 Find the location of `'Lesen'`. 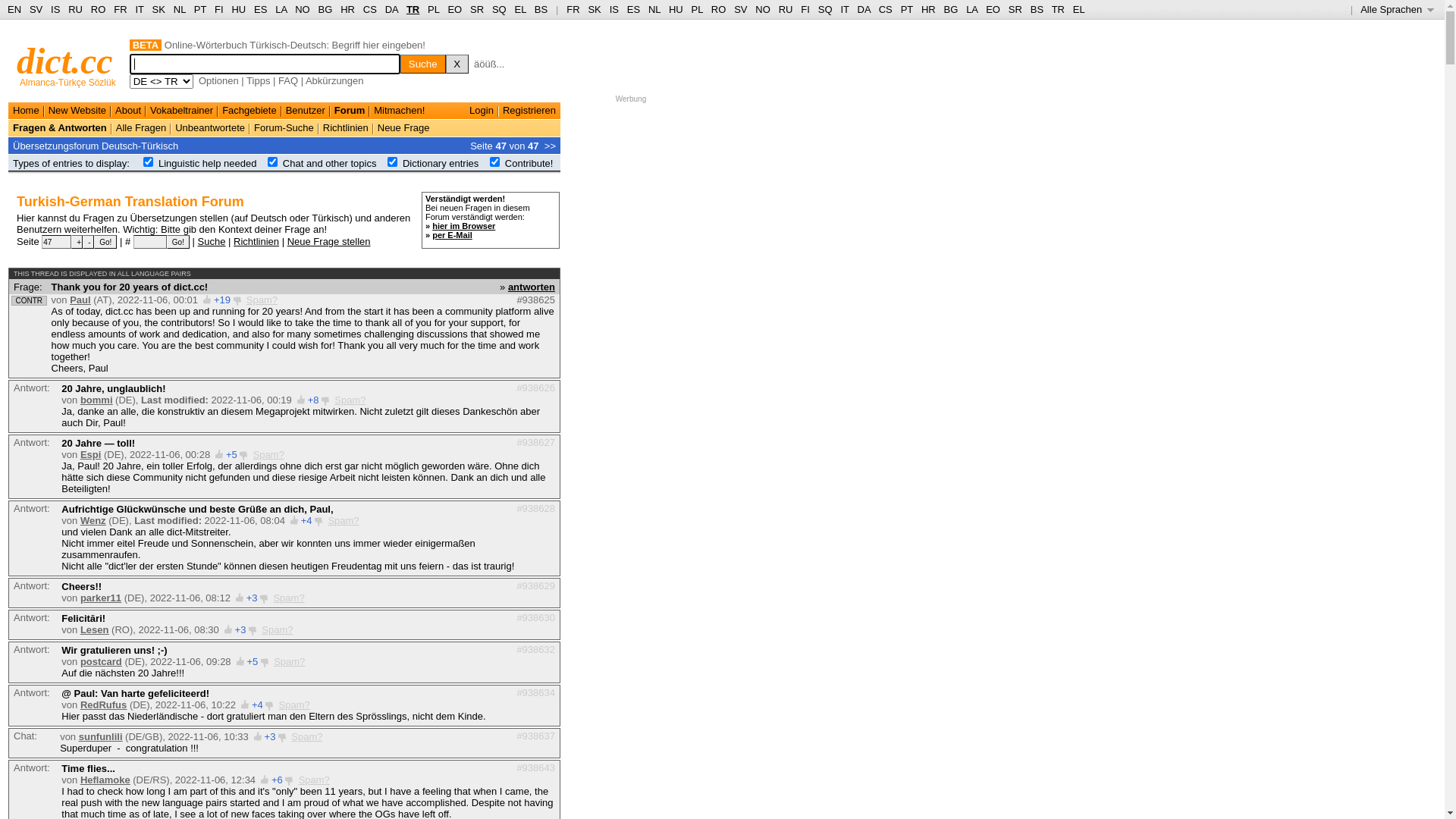

'Lesen' is located at coordinates (93, 629).